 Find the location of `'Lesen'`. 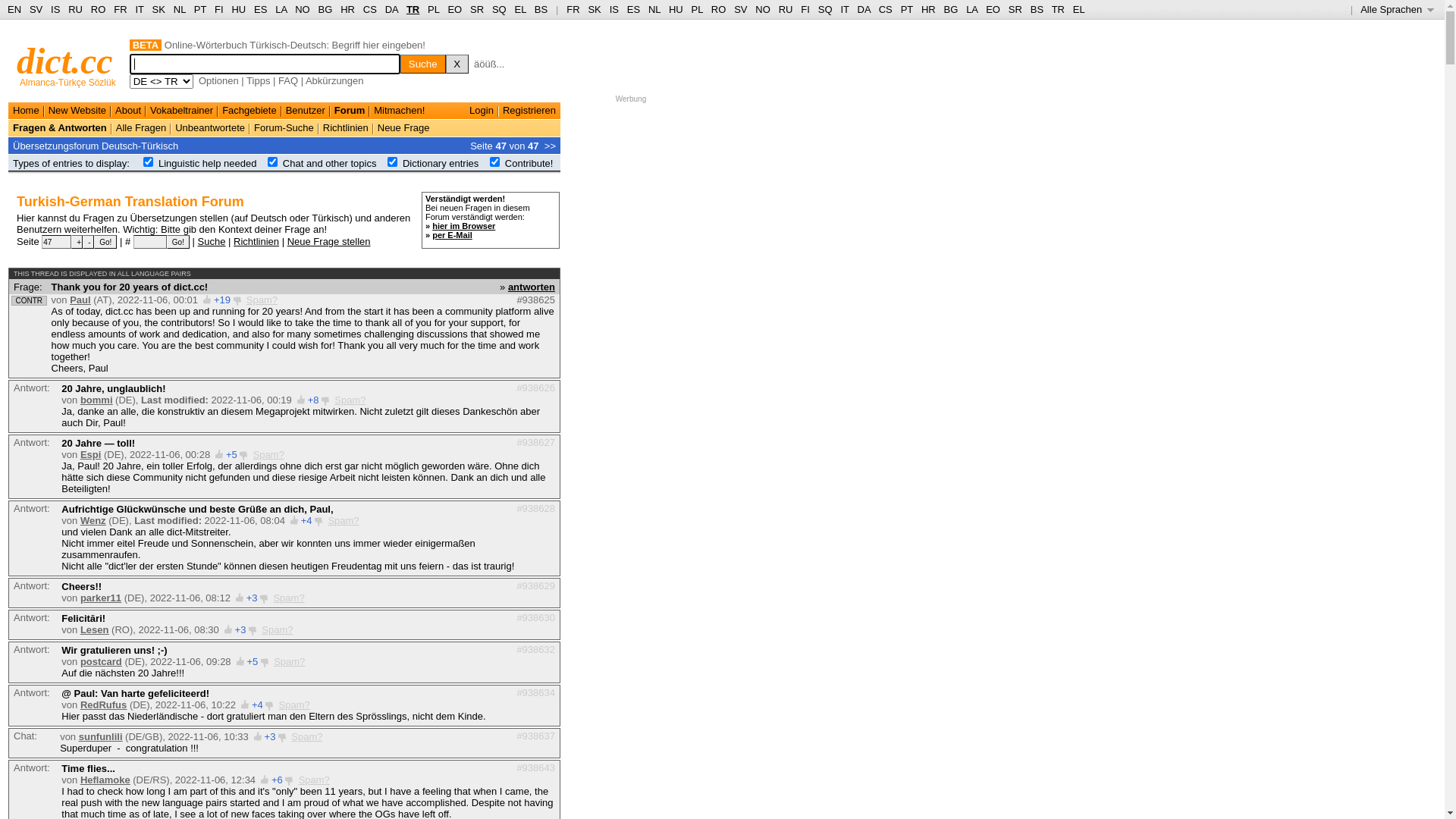

'Lesen' is located at coordinates (93, 629).